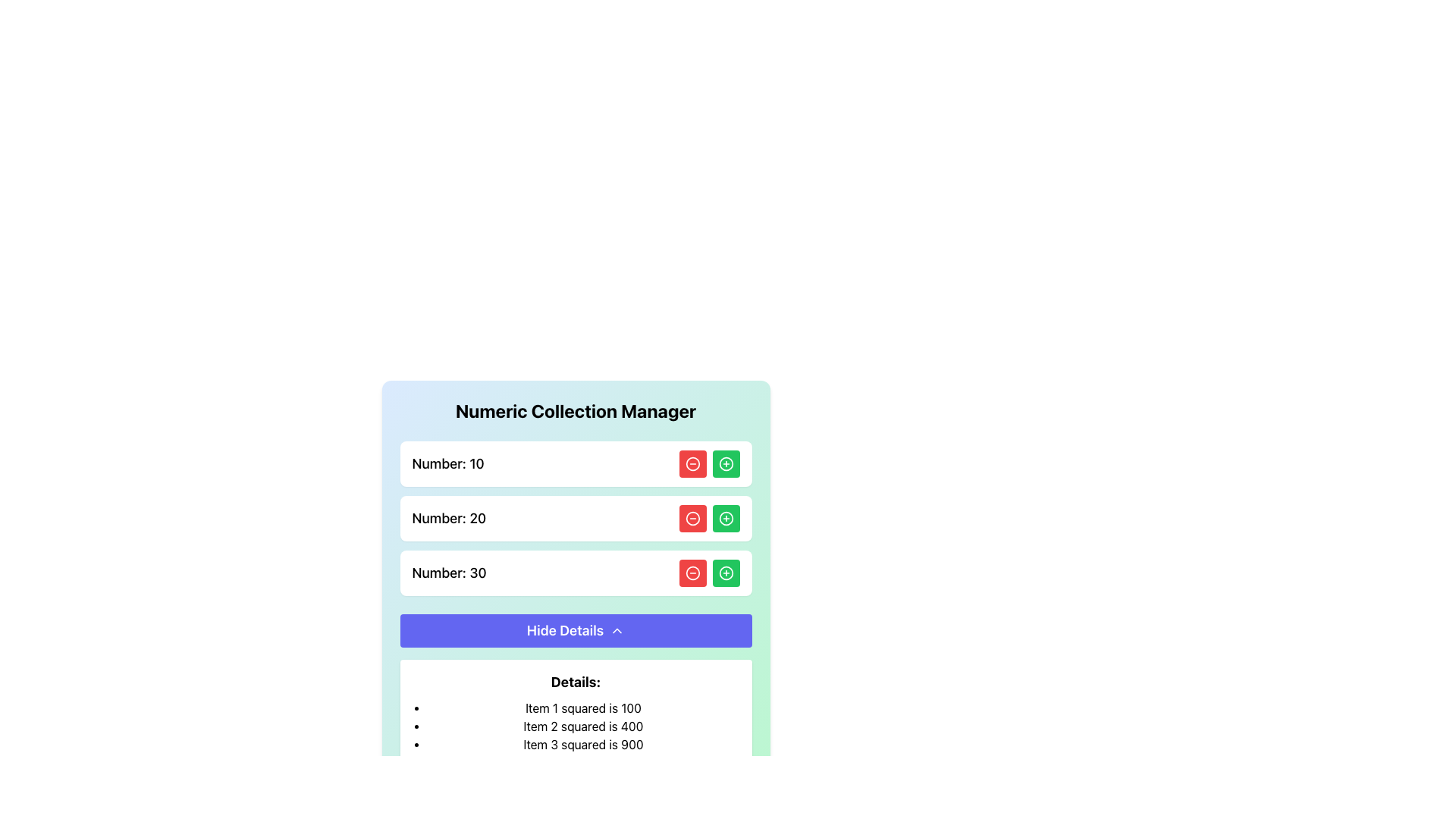 The height and width of the screenshot is (819, 1456). Describe the element at coordinates (692, 517) in the screenshot. I see `the circular red button with a minus icon, located to the right of the text input labeled 'Number: 20'` at that location.